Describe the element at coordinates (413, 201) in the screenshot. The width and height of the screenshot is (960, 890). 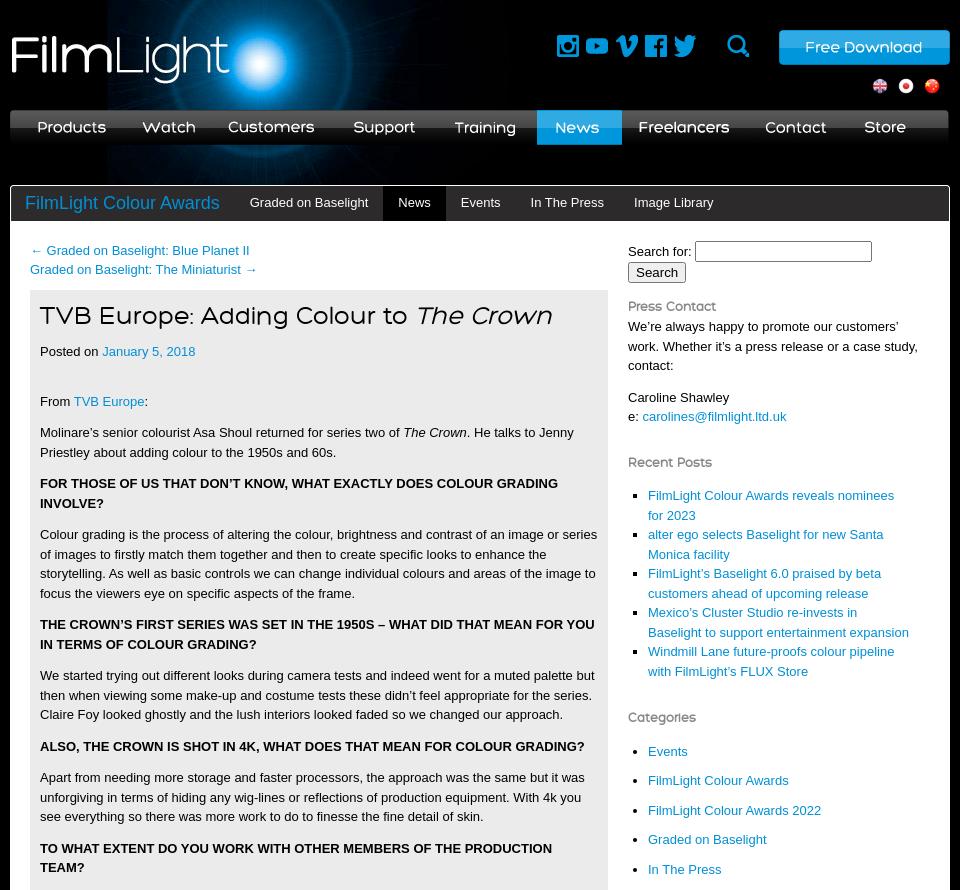
I see `'News'` at that location.